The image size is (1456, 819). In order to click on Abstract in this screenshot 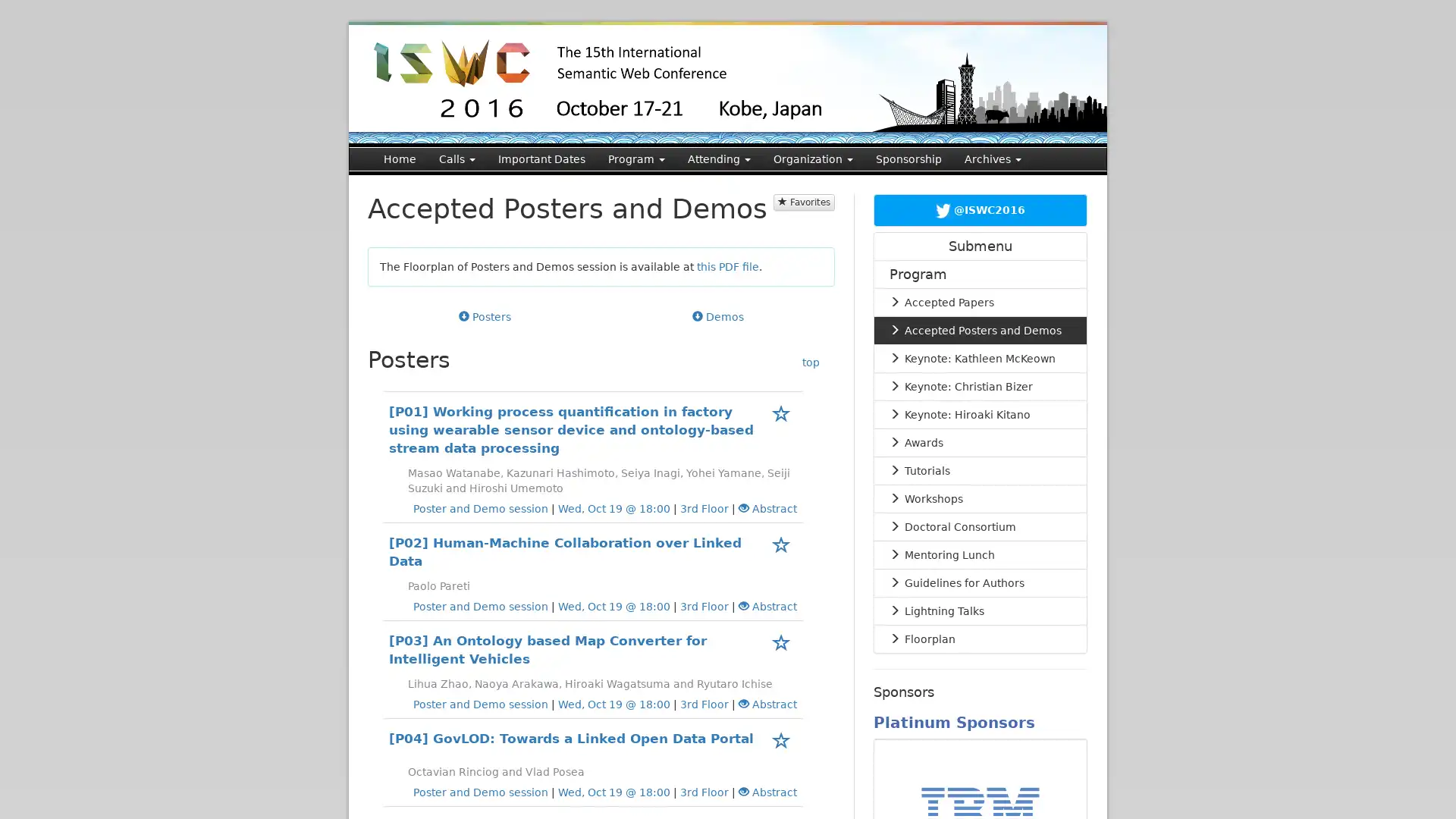, I will do `click(767, 604)`.